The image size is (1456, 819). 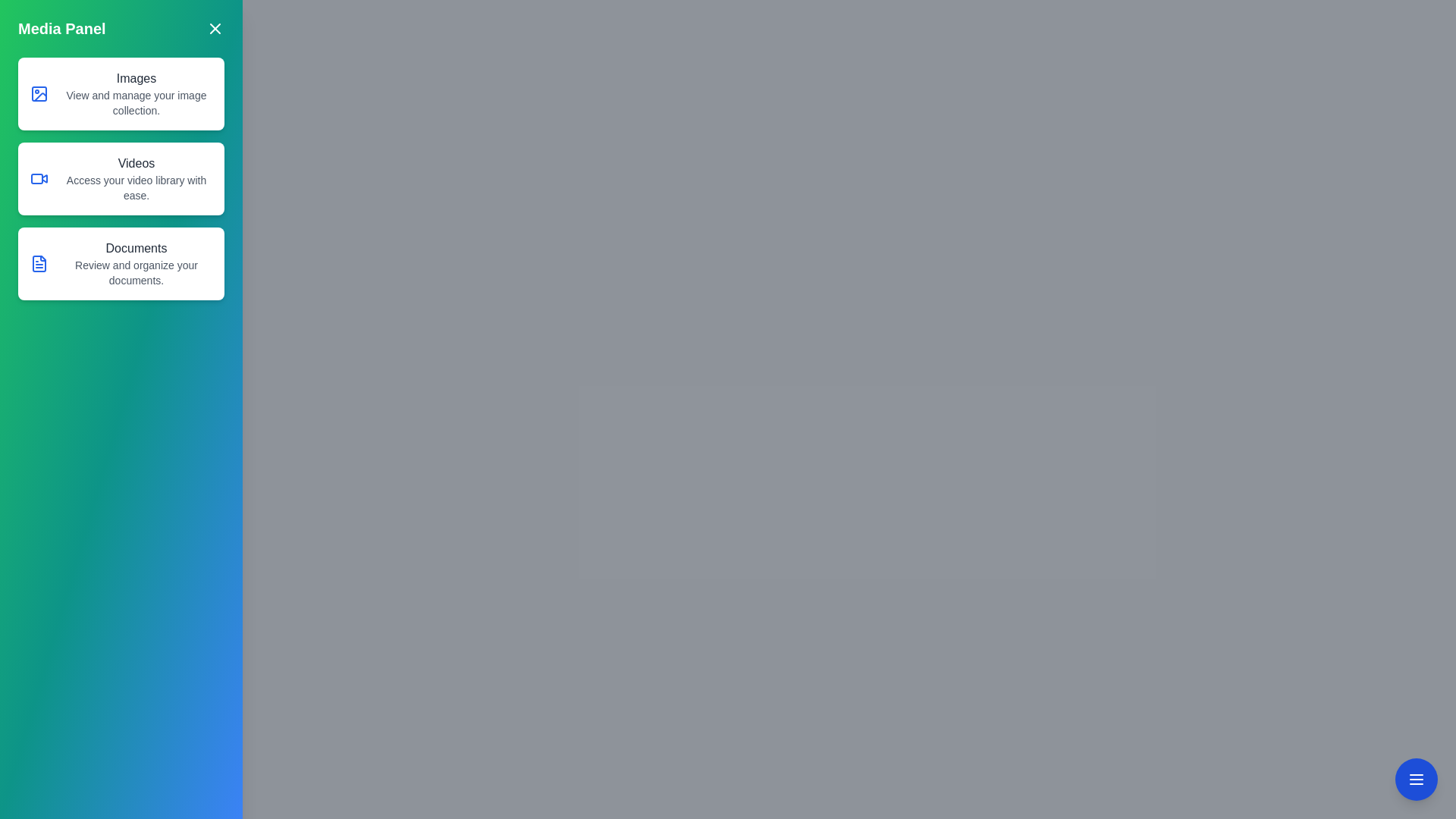 What do you see at coordinates (136, 187) in the screenshot?
I see `descriptive text label located in the 'Videos' section, which informs users about accessing their video library` at bounding box center [136, 187].